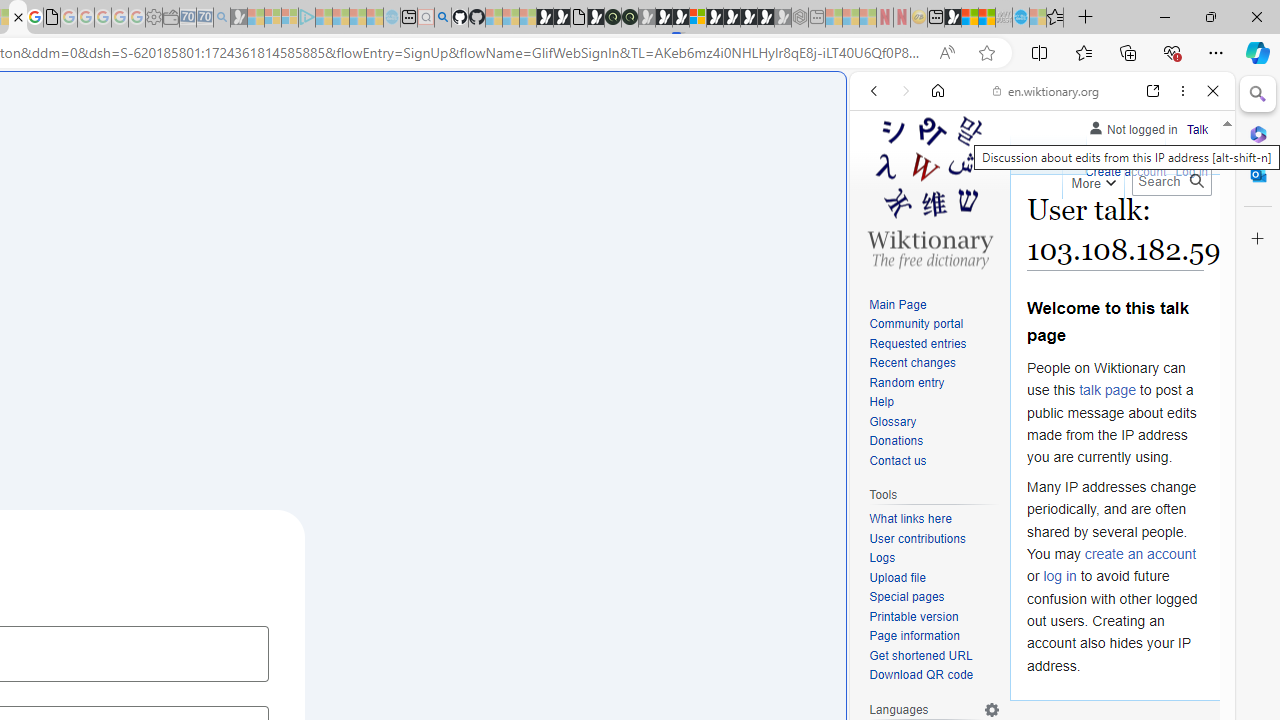 The image size is (1280, 720). Describe the element at coordinates (912, 615) in the screenshot. I see `'Printable version'` at that location.